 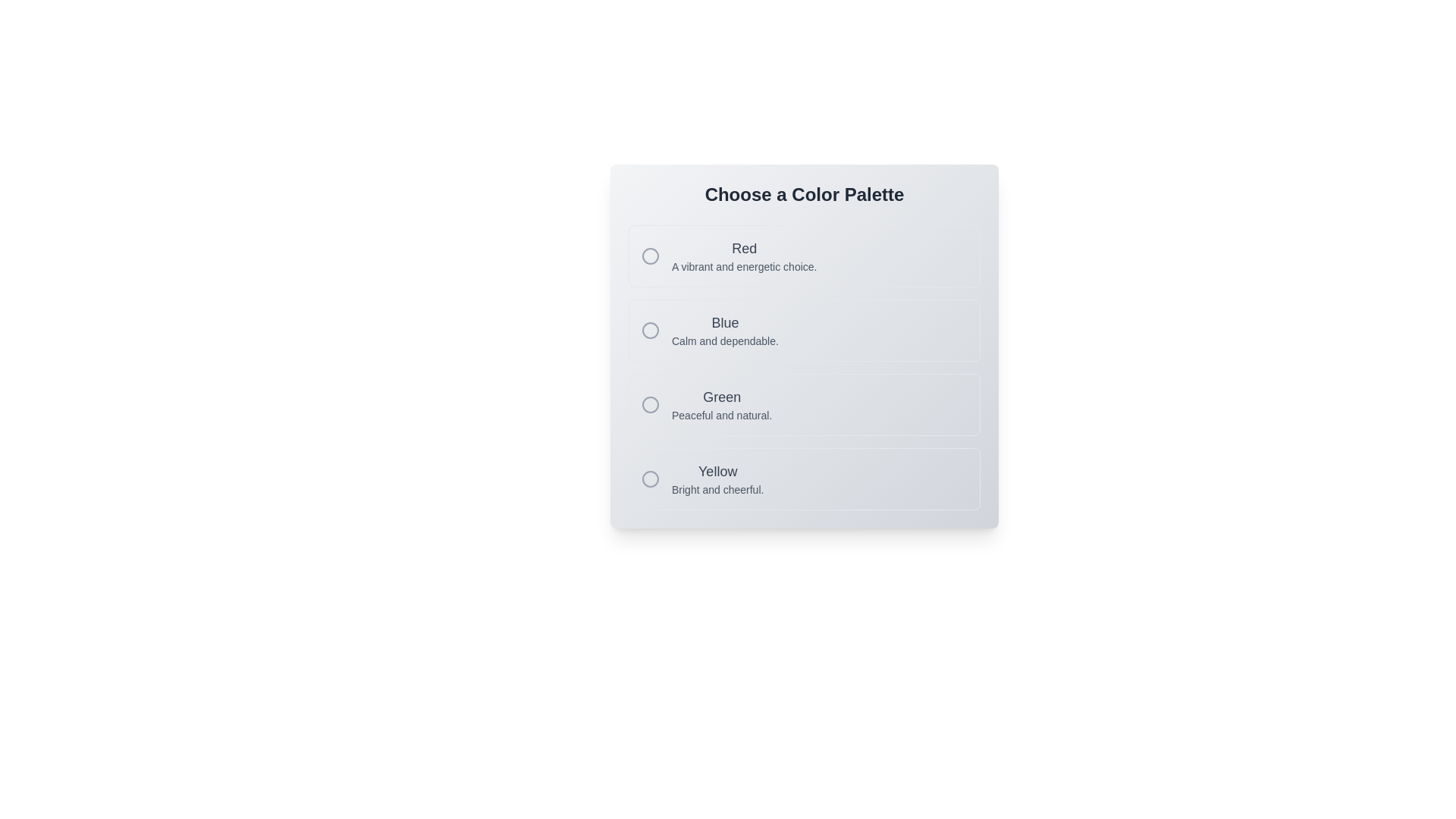 I want to click on the first selection option labeled 'Red' with a circular icon and descriptive text, so click(x=803, y=256).